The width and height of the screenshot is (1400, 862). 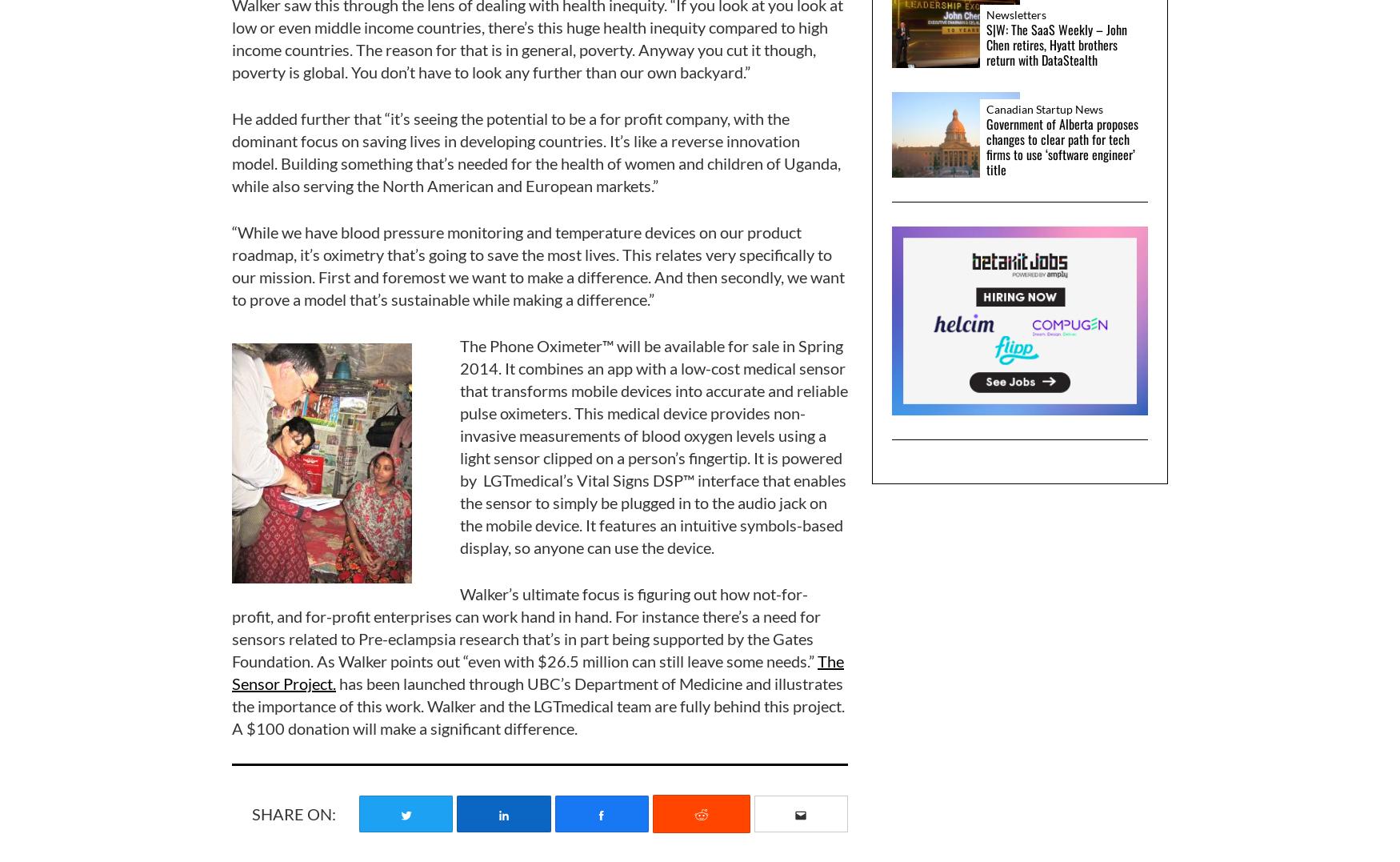 I want to click on 'Newsletters', so click(x=986, y=13).